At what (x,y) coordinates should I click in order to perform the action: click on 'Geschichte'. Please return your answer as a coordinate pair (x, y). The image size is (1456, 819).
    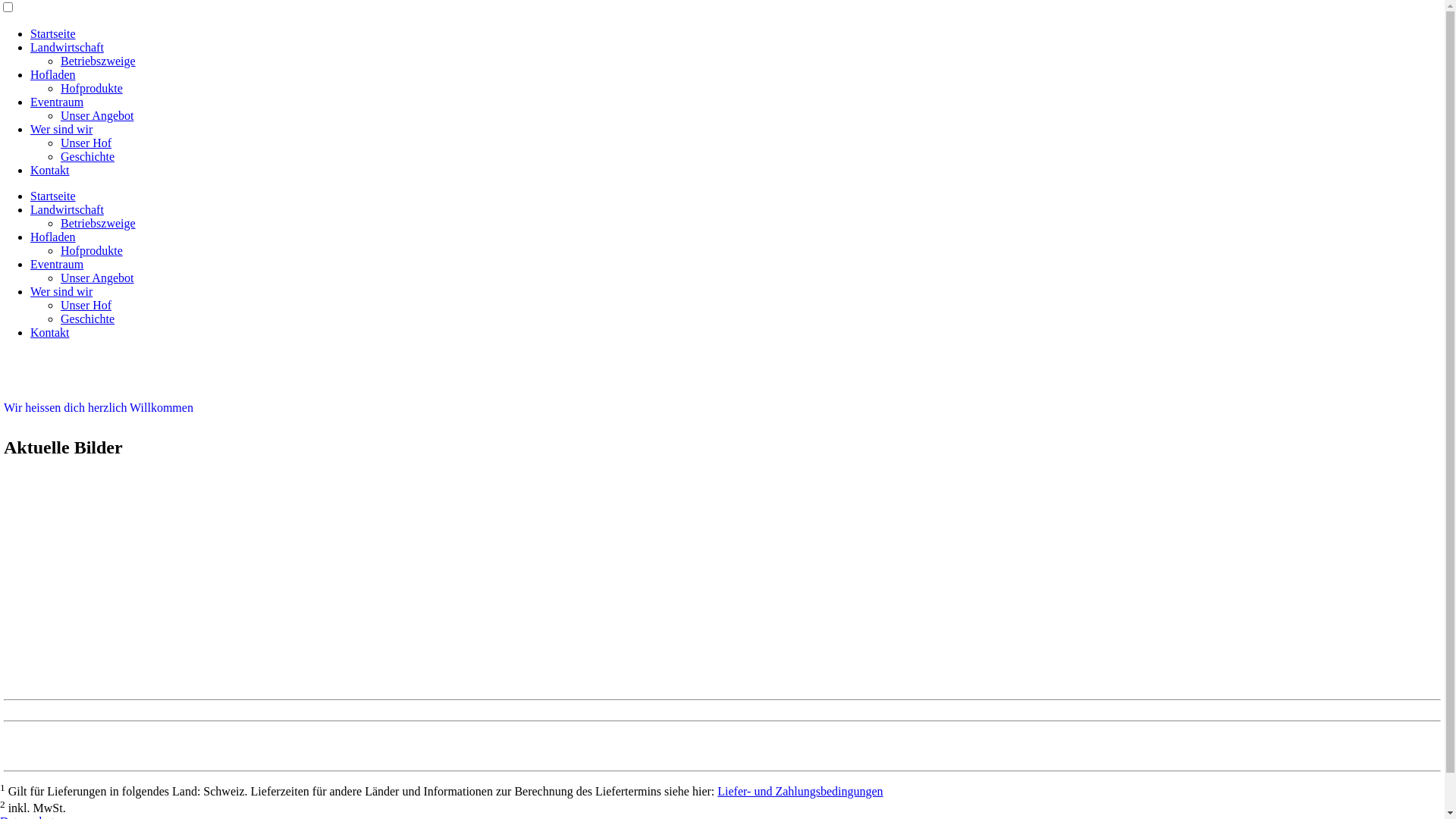
    Looking at the image, I should click on (86, 318).